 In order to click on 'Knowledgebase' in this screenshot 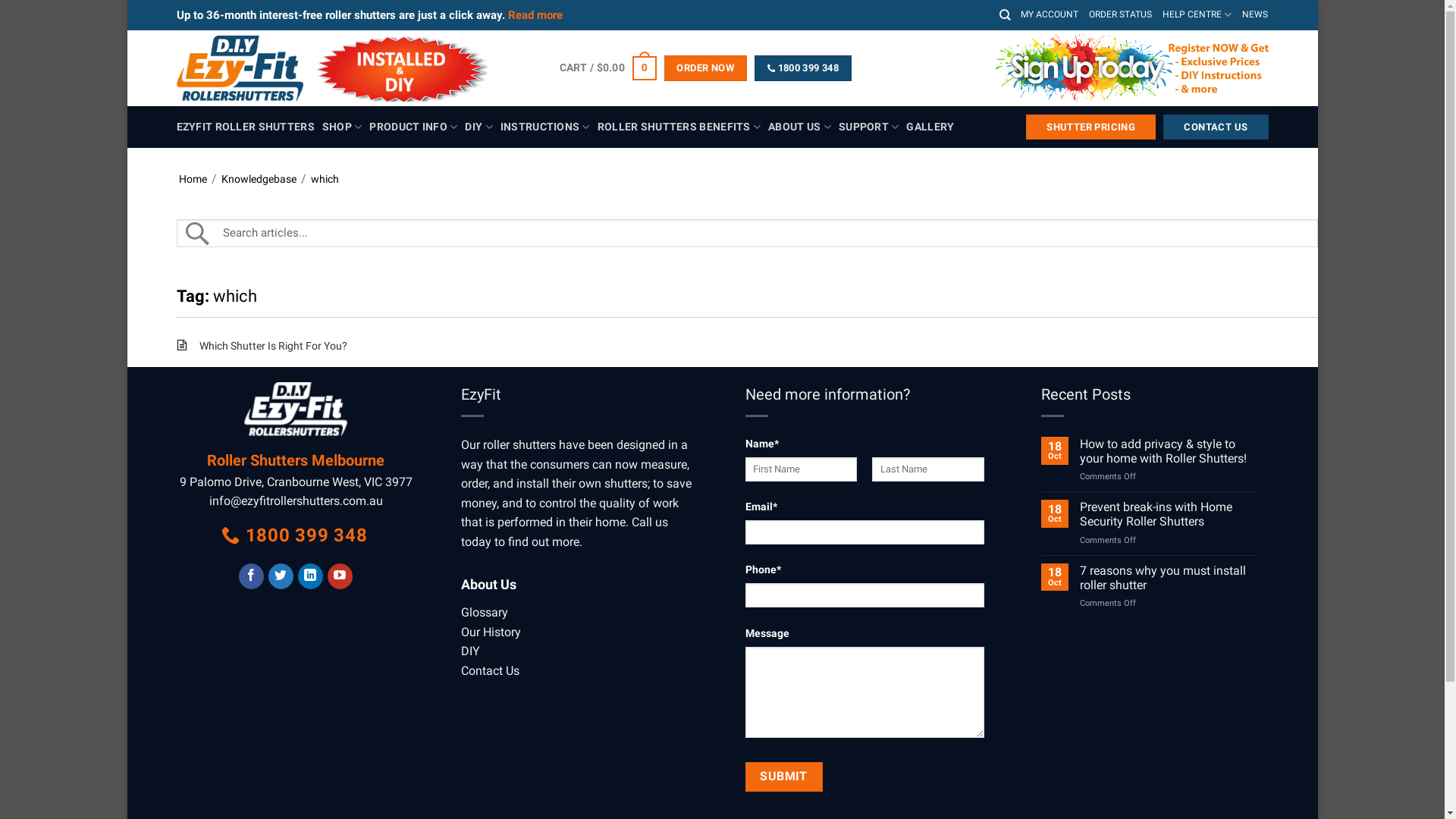, I will do `click(259, 177)`.